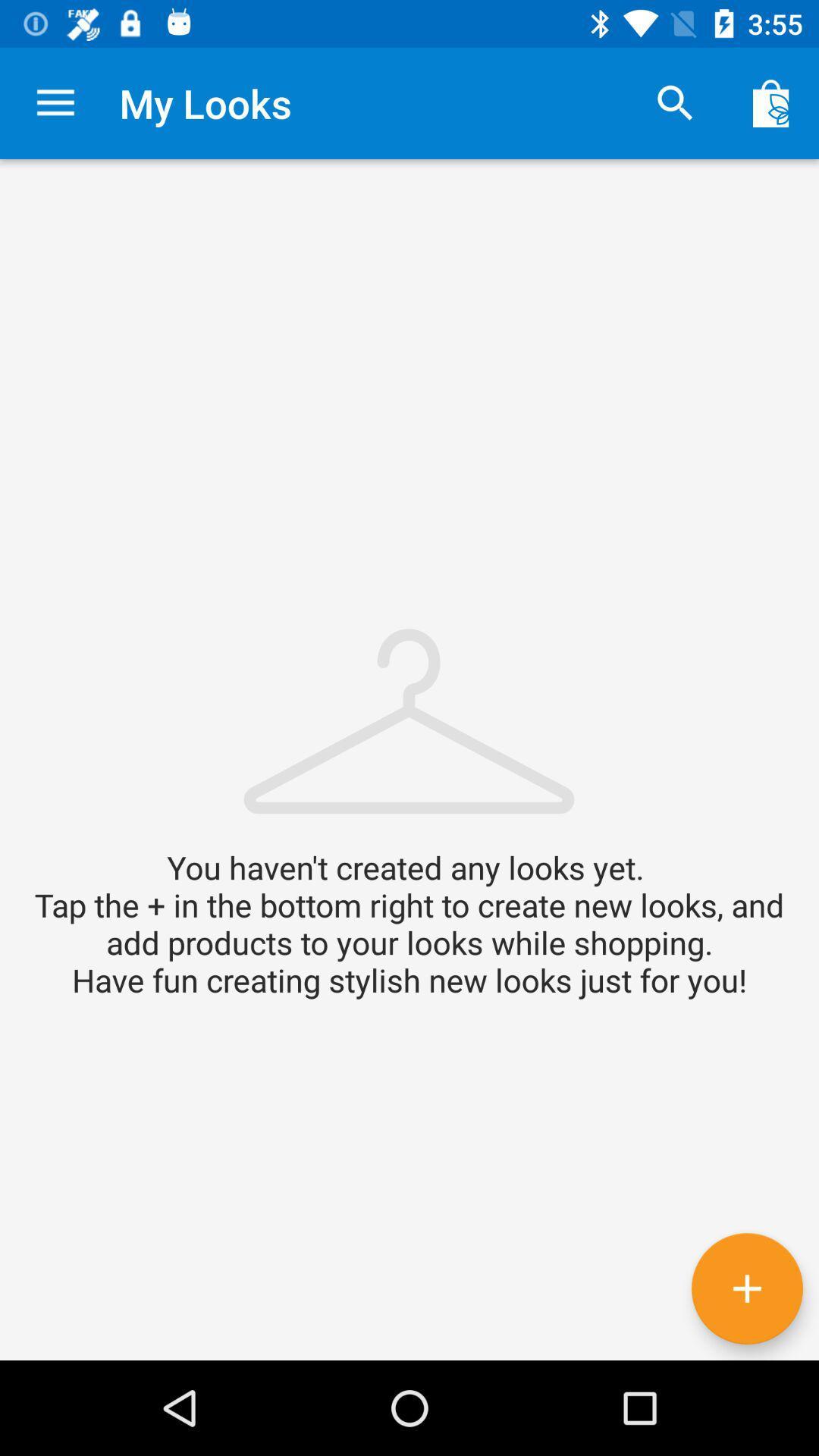 Image resolution: width=819 pixels, height=1456 pixels. What do you see at coordinates (675, 102) in the screenshot?
I see `the icon to the right of the my looks icon` at bounding box center [675, 102].